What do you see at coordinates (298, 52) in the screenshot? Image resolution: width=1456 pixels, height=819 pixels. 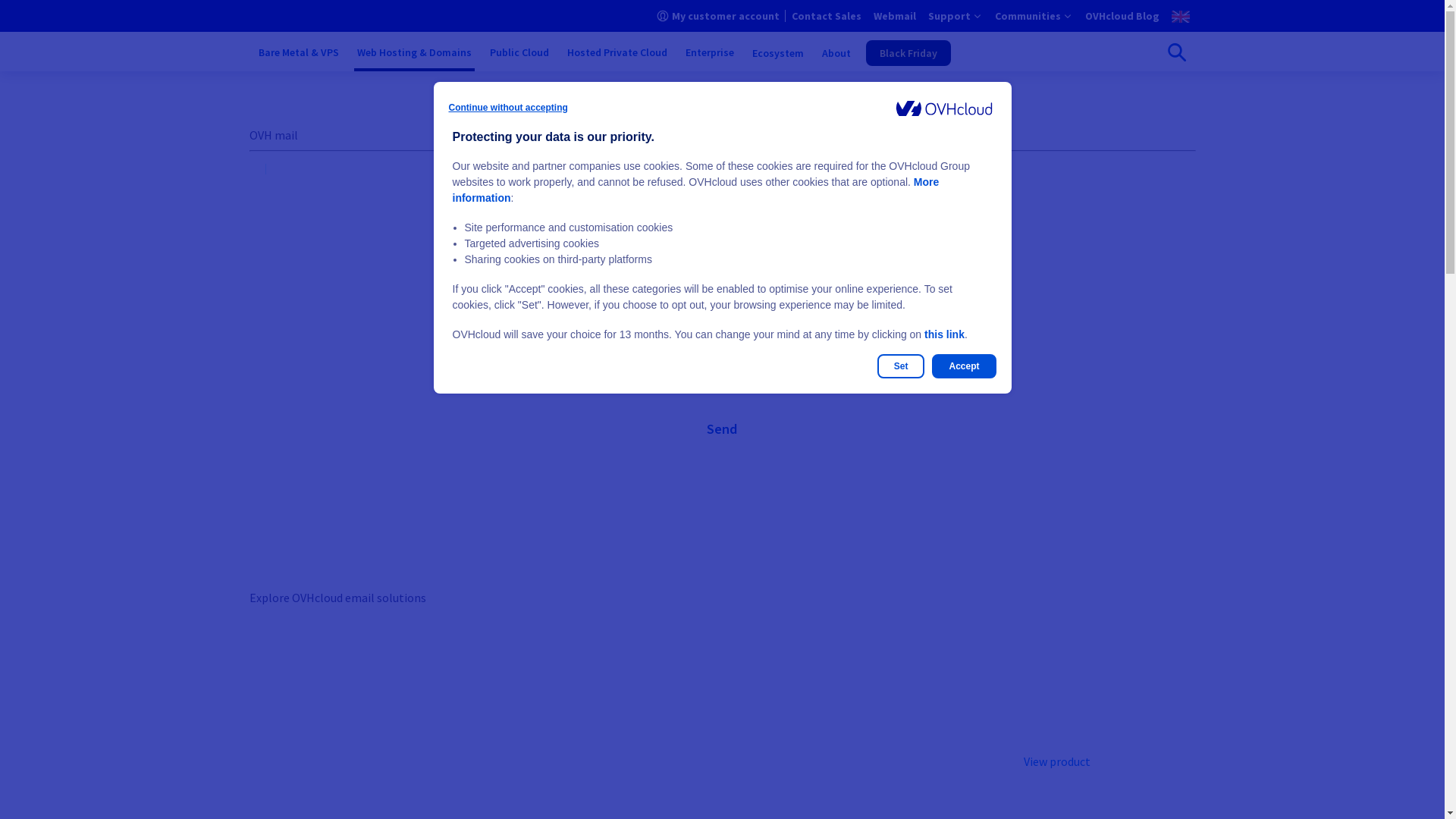 I see `'Bare Metal & VPS'` at bounding box center [298, 52].